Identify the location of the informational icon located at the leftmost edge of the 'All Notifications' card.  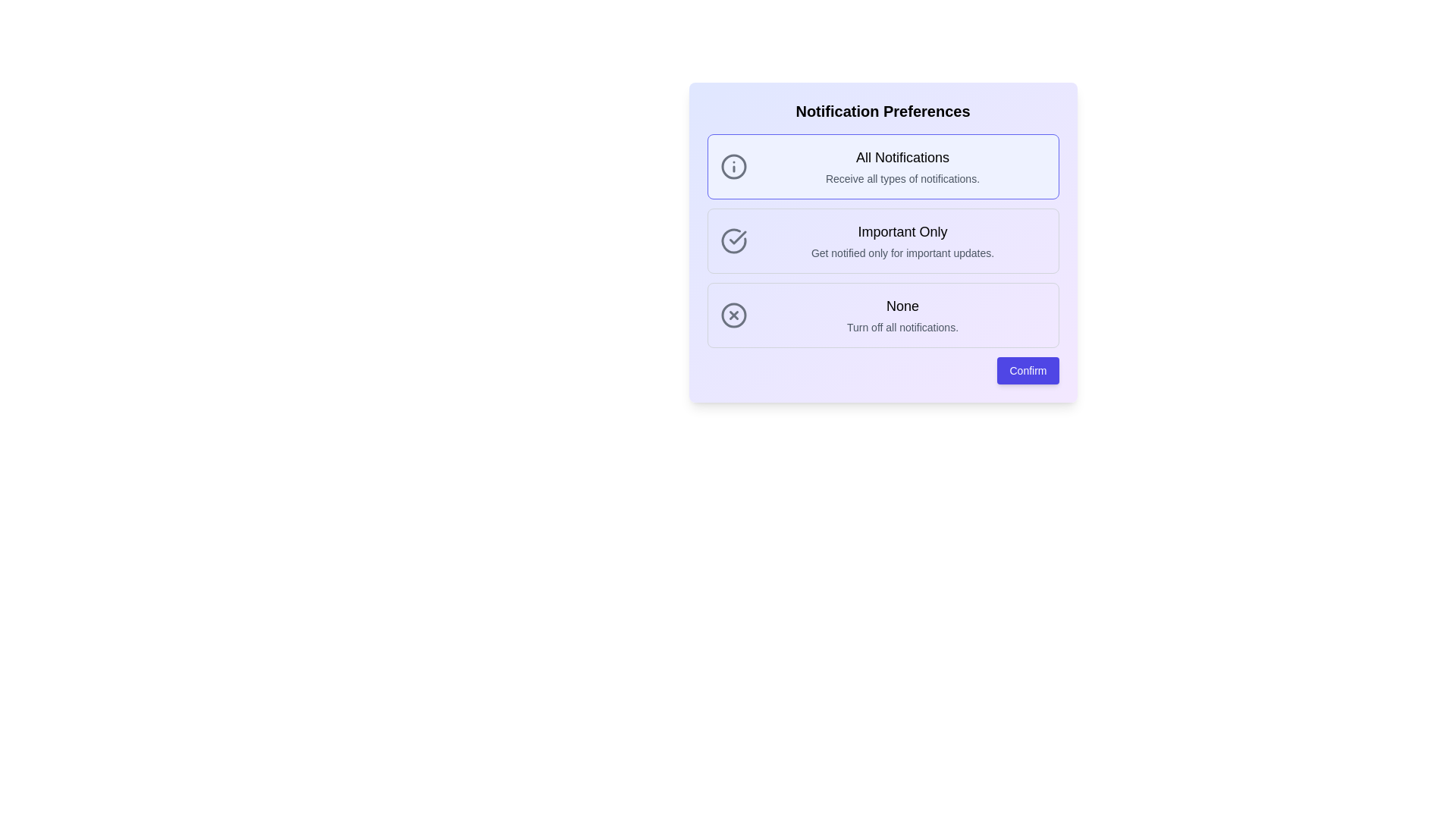
(733, 166).